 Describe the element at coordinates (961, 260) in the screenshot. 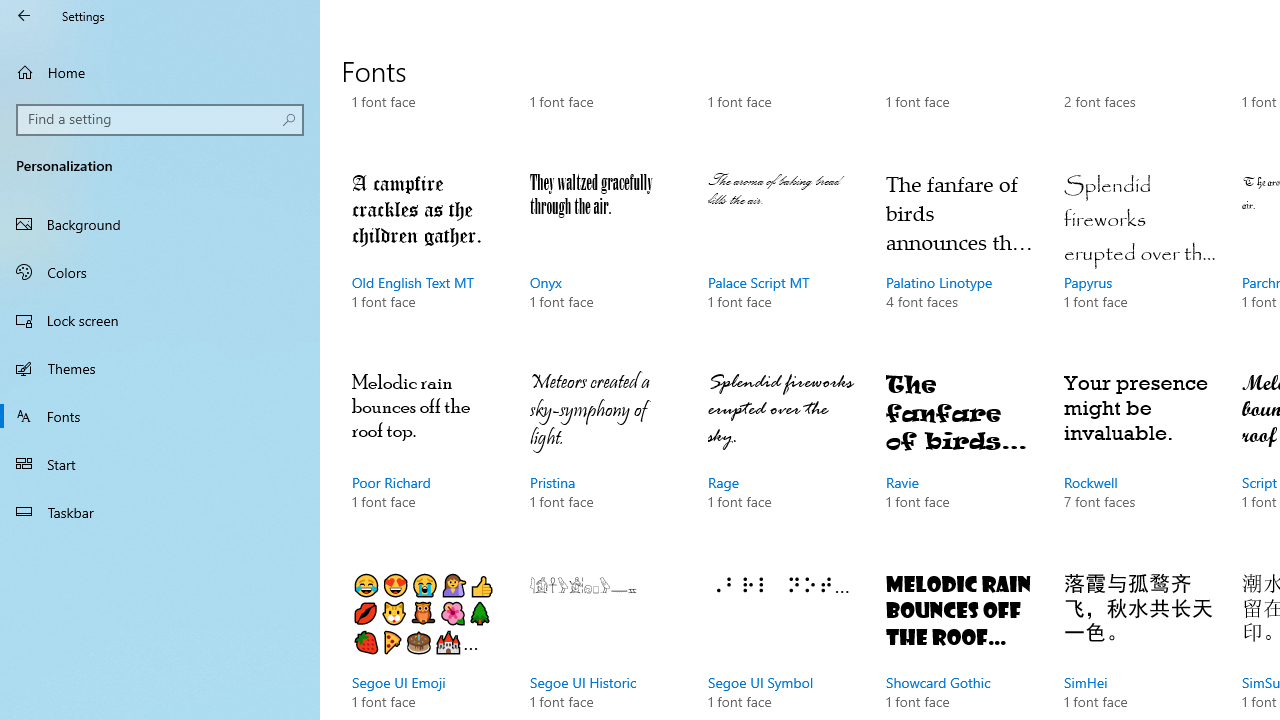

I see `'Palatino Linotype, 4 font faces'` at that location.